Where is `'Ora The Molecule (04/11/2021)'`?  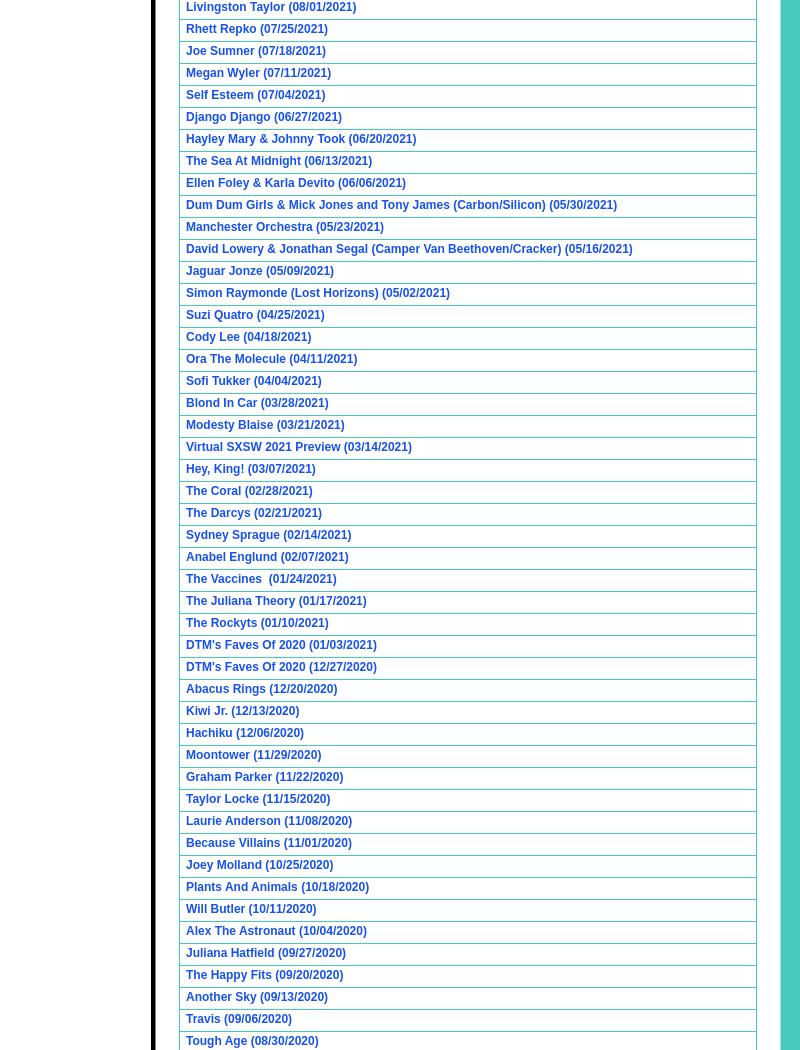
'Ora The Molecule (04/11/2021)' is located at coordinates (271, 357).